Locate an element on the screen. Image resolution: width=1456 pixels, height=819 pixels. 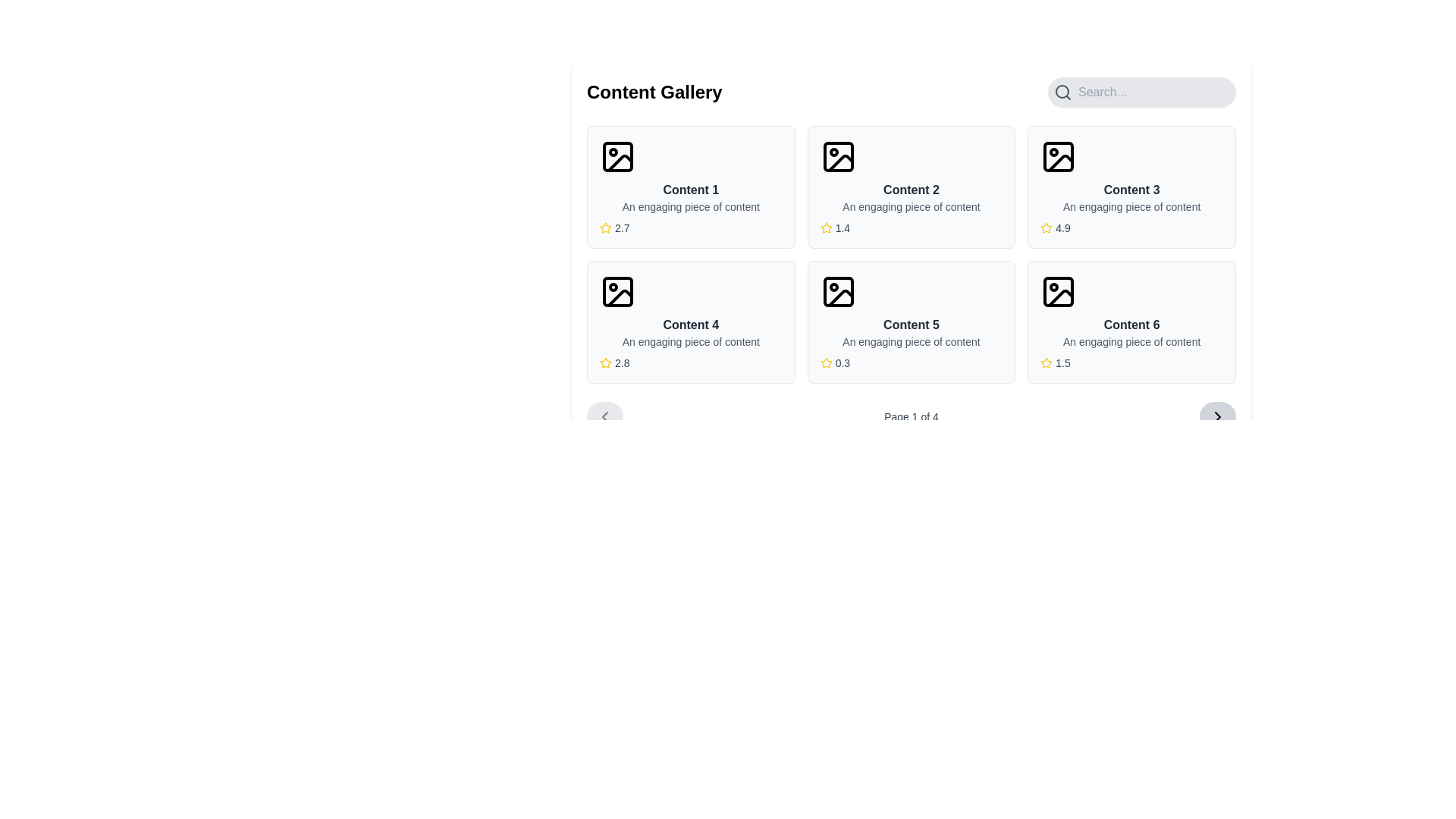
the pagination navigation button, which is an SVG-based arrow icon inside a circular button located at the bottom-left corner of the layout is located at coordinates (604, 417).